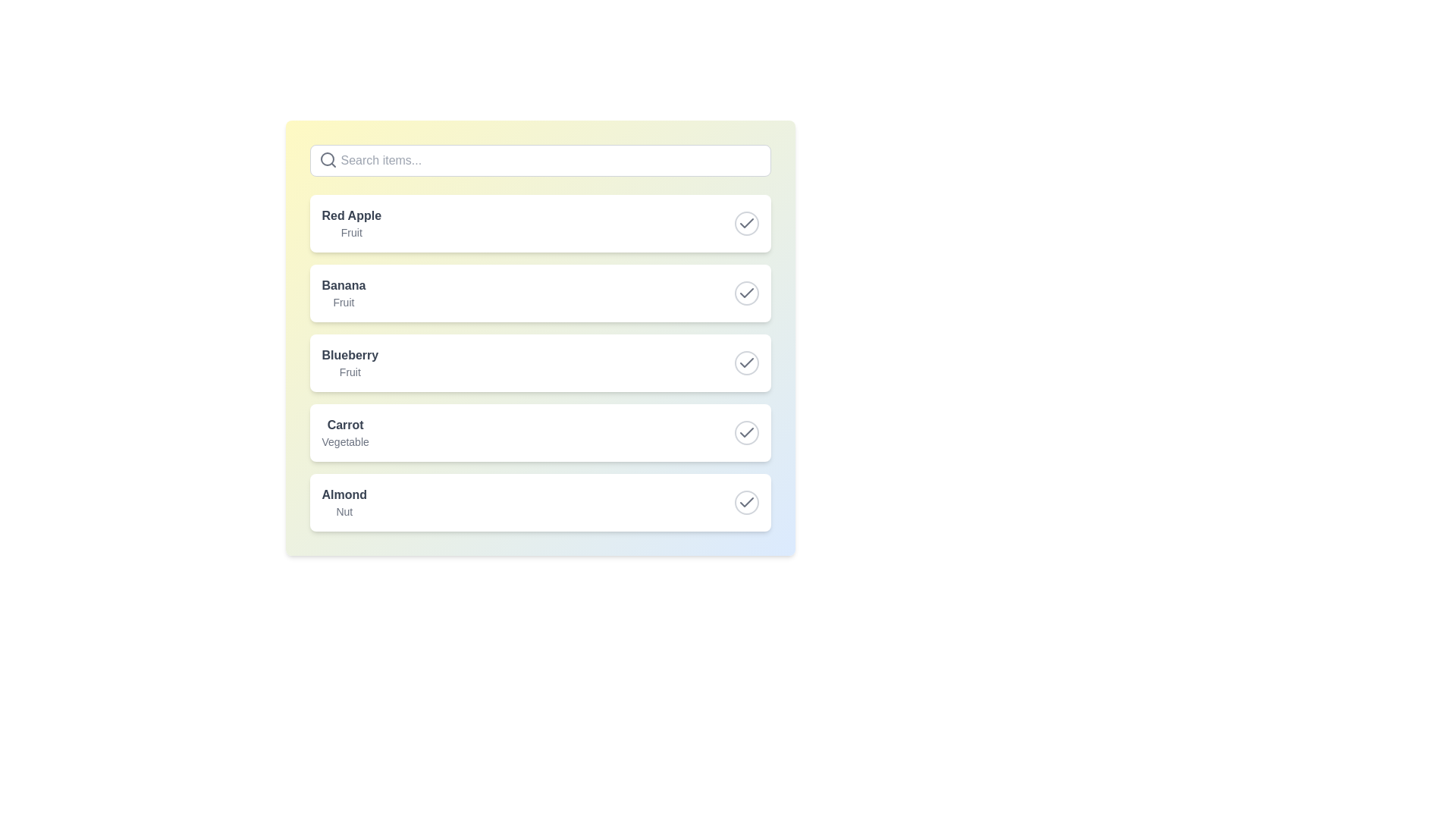 The width and height of the screenshot is (1456, 819). What do you see at coordinates (746, 293) in the screenshot?
I see `the checkmark icon that indicates the selection or completion status of the 'Banana' list item, which is the second item in a vertical stack` at bounding box center [746, 293].